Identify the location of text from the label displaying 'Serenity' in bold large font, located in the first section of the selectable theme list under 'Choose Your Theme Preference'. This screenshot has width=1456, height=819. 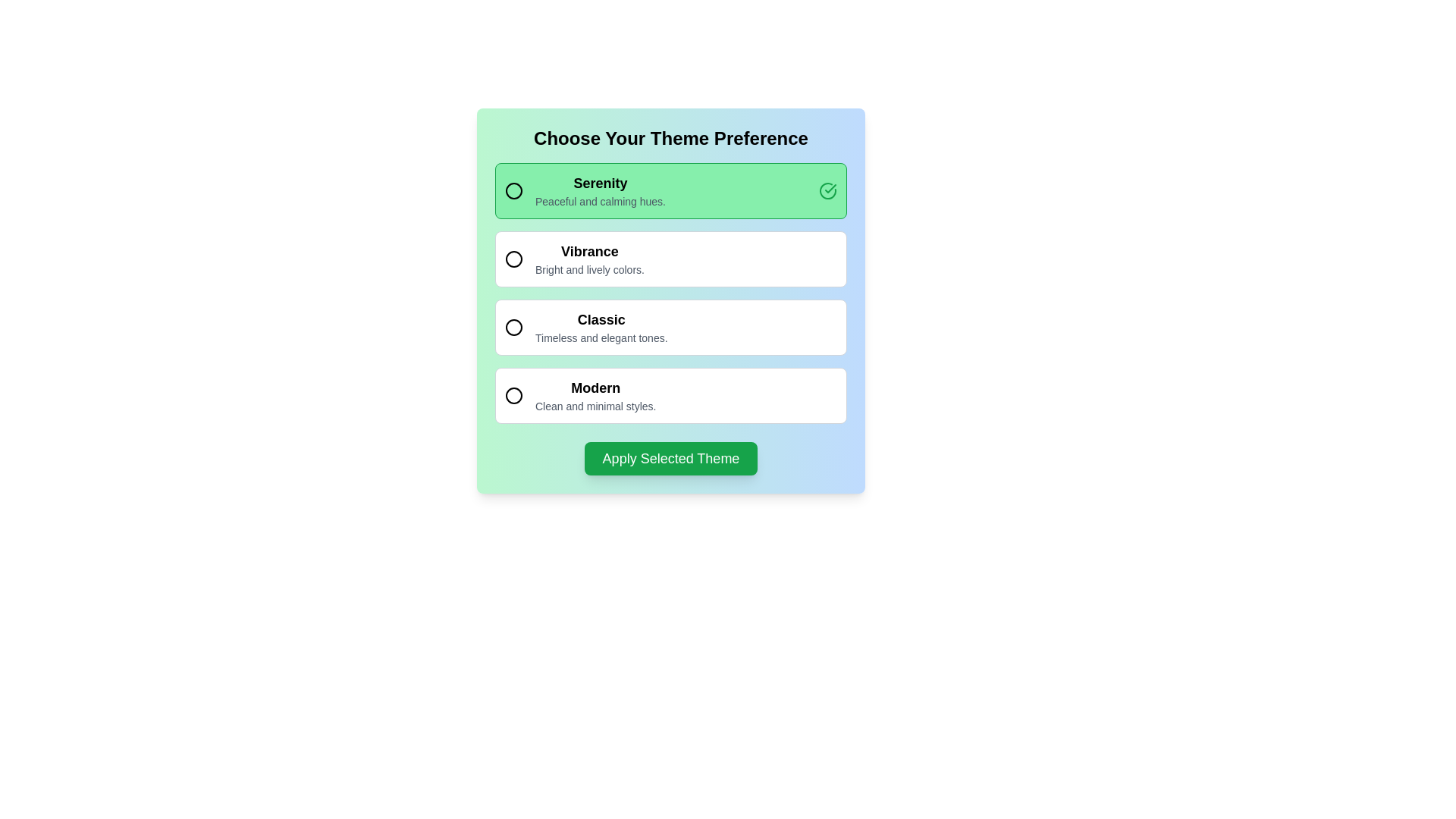
(585, 190).